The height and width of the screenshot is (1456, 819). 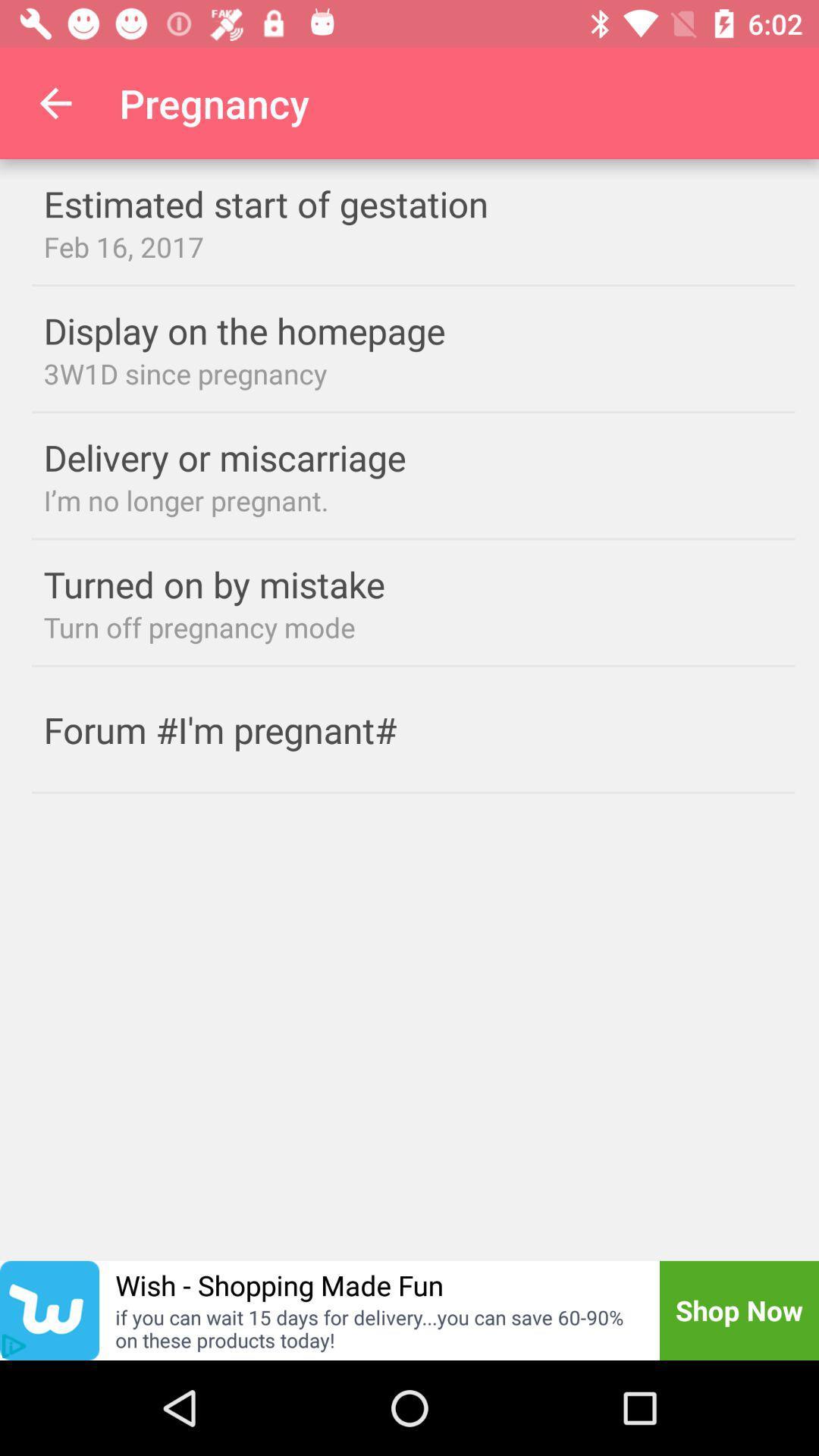 What do you see at coordinates (413, 373) in the screenshot?
I see `3w1d since pregnancy item` at bounding box center [413, 373].